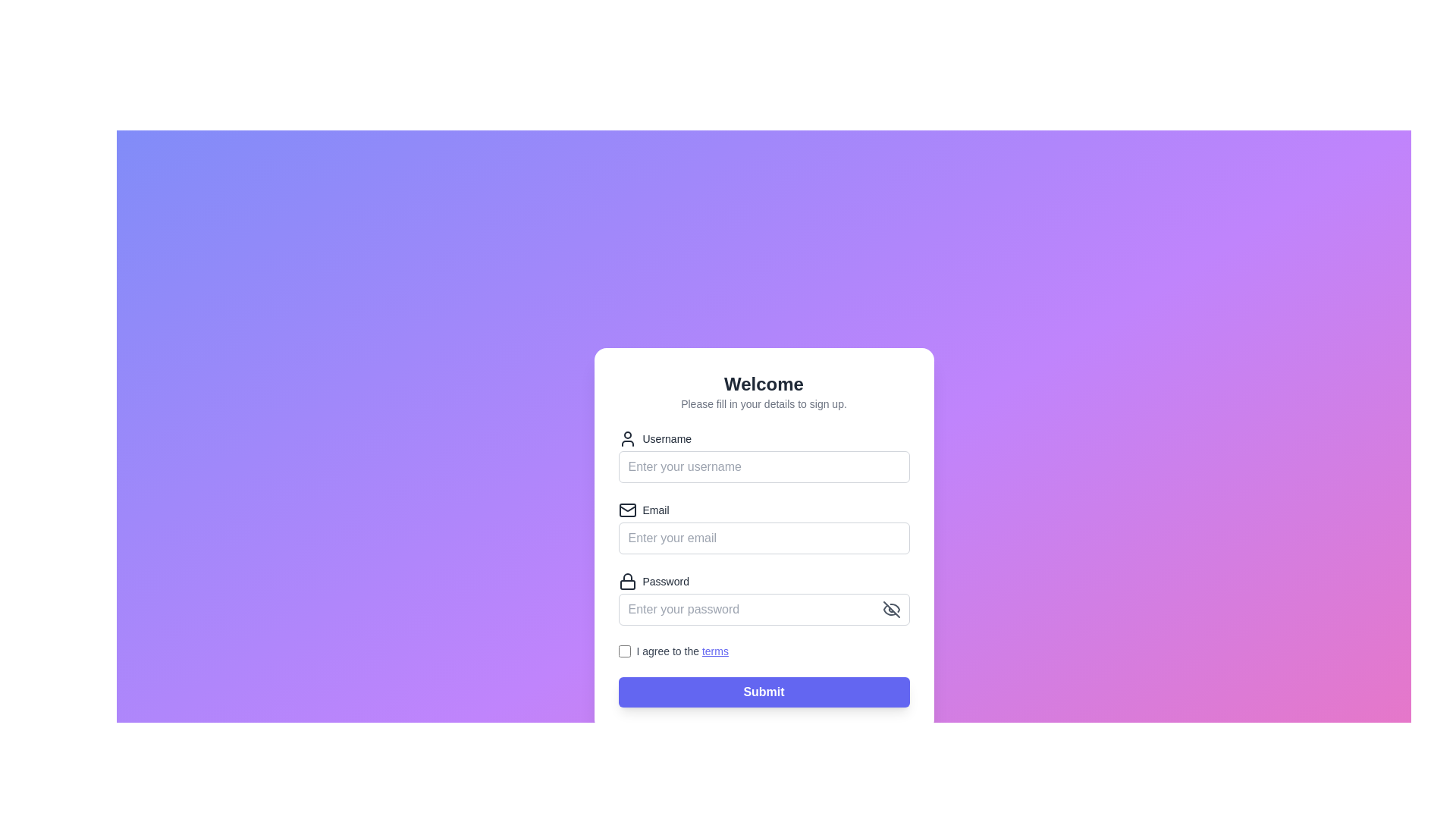 The height and width of the screenshot is (819, 1456). I want to click on the envelope icon that is positioned to the left of the 'Email' label in the second row of the form, aligning horizontally with the label text, so click(627, 510).